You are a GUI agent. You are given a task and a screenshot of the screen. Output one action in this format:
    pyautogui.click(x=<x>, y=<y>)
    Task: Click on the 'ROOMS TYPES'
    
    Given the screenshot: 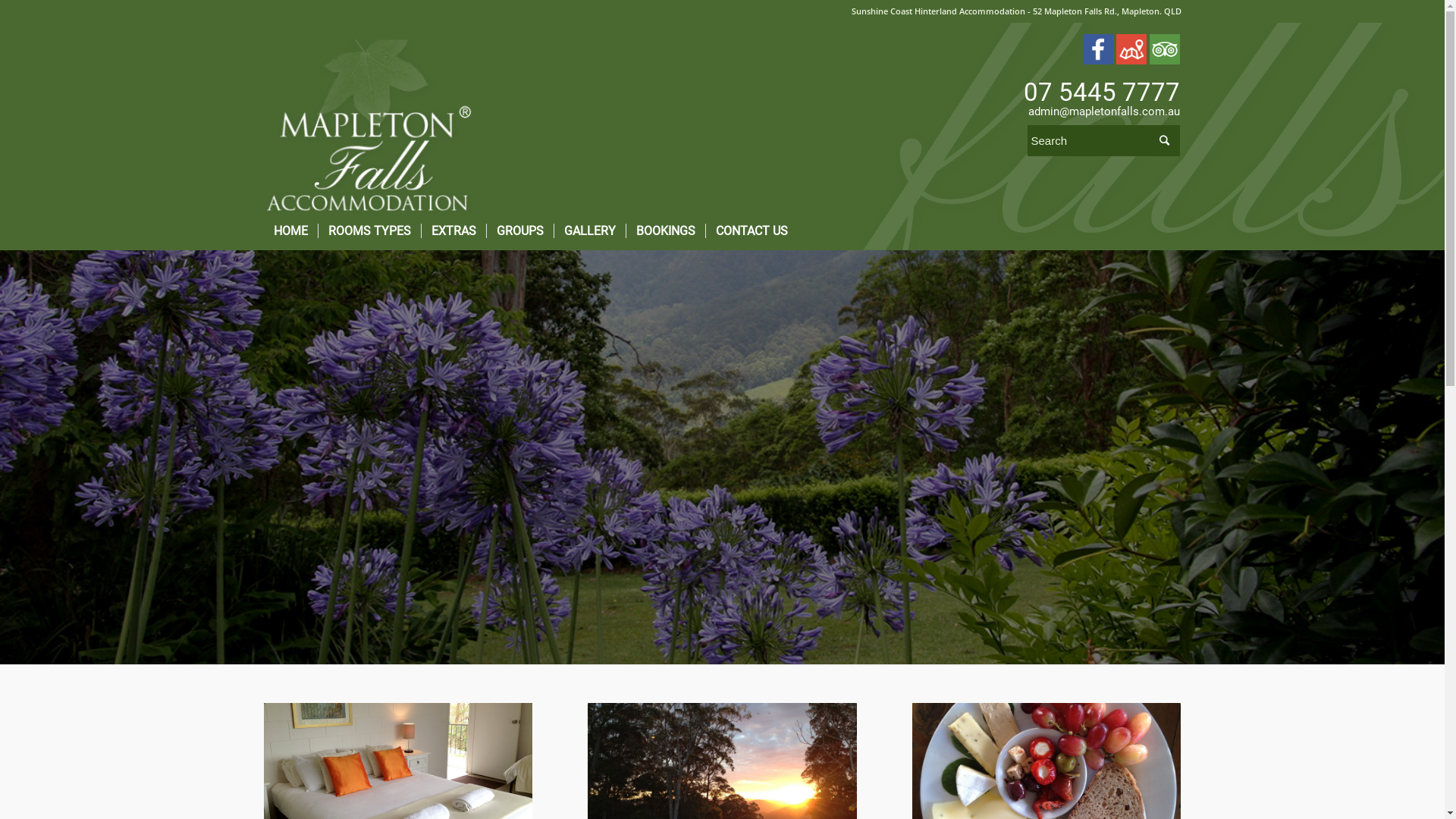 What is the action you would take?
    pyautogui.click(x=315, y=231)
    